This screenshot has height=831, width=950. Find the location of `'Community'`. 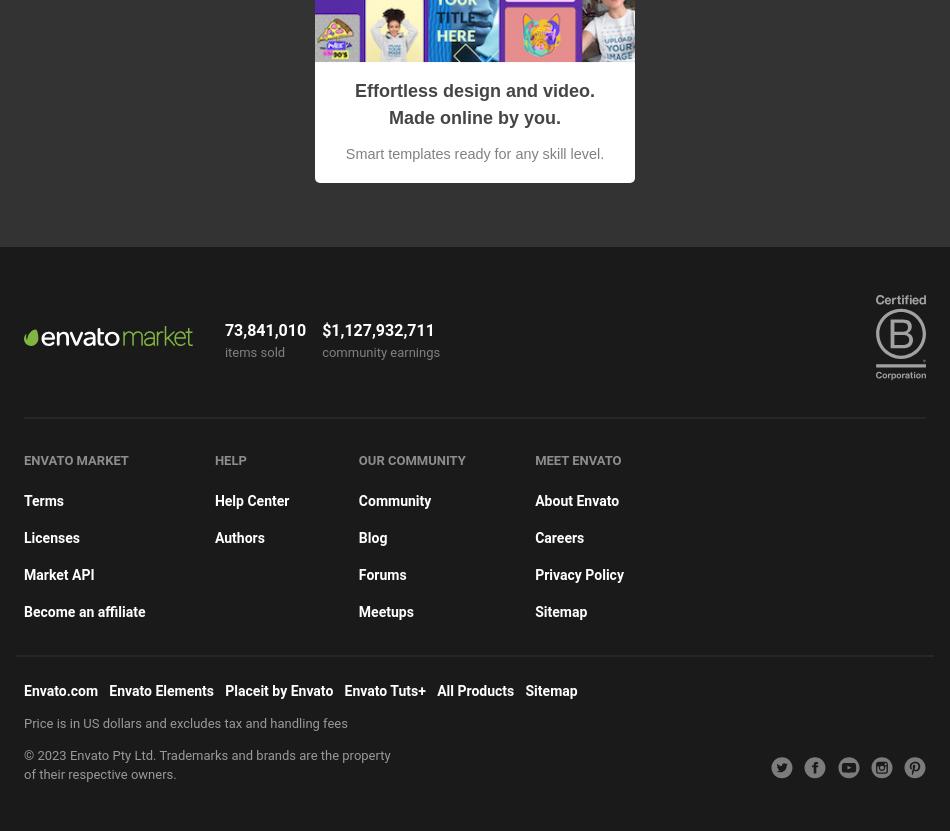

'Community' is located at coordinates (393, 501).